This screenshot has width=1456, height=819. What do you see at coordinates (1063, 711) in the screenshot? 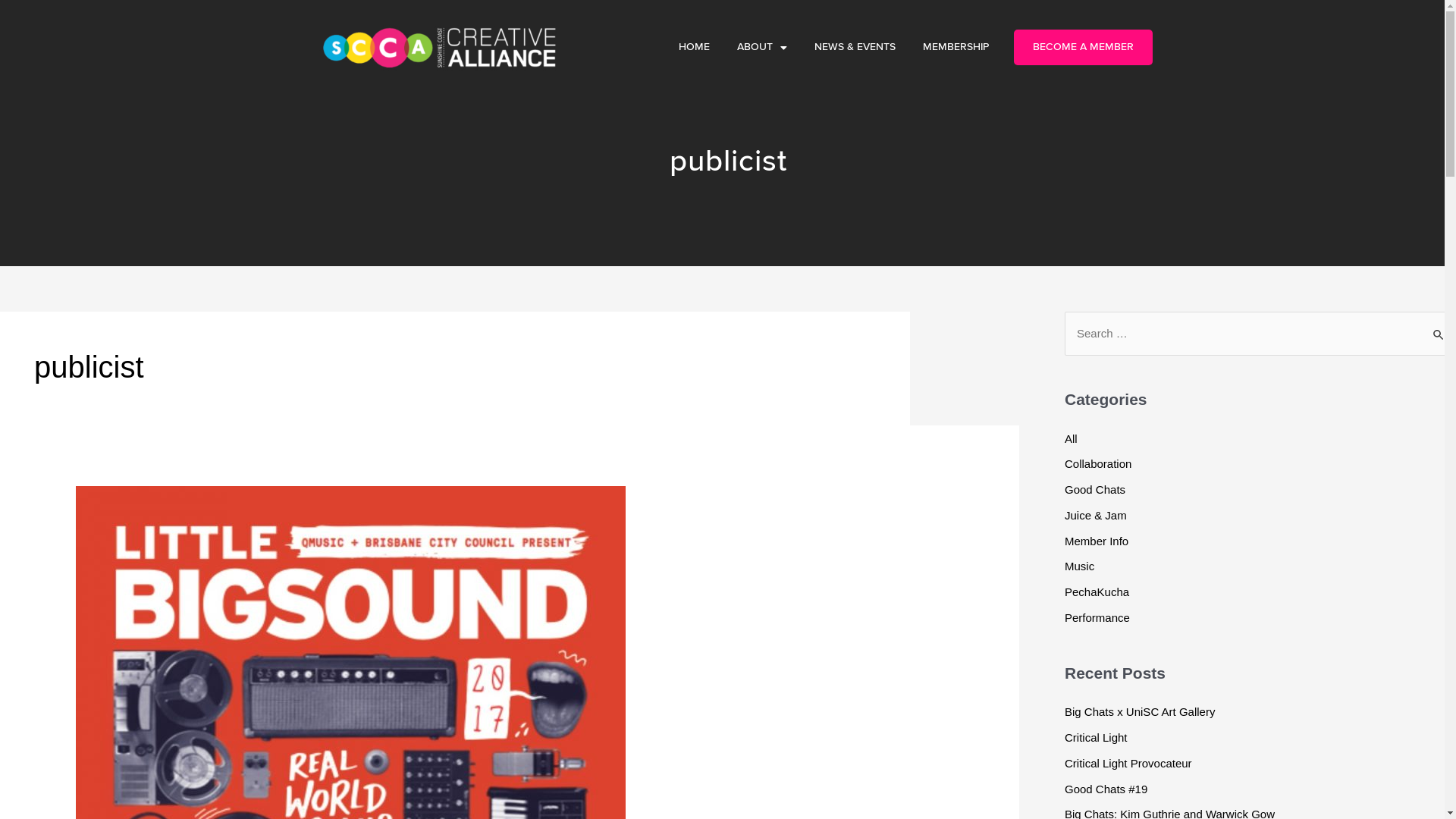
I see `'Big Chats x UniSC Art Gallery'` at bounding box center [1063, 711].